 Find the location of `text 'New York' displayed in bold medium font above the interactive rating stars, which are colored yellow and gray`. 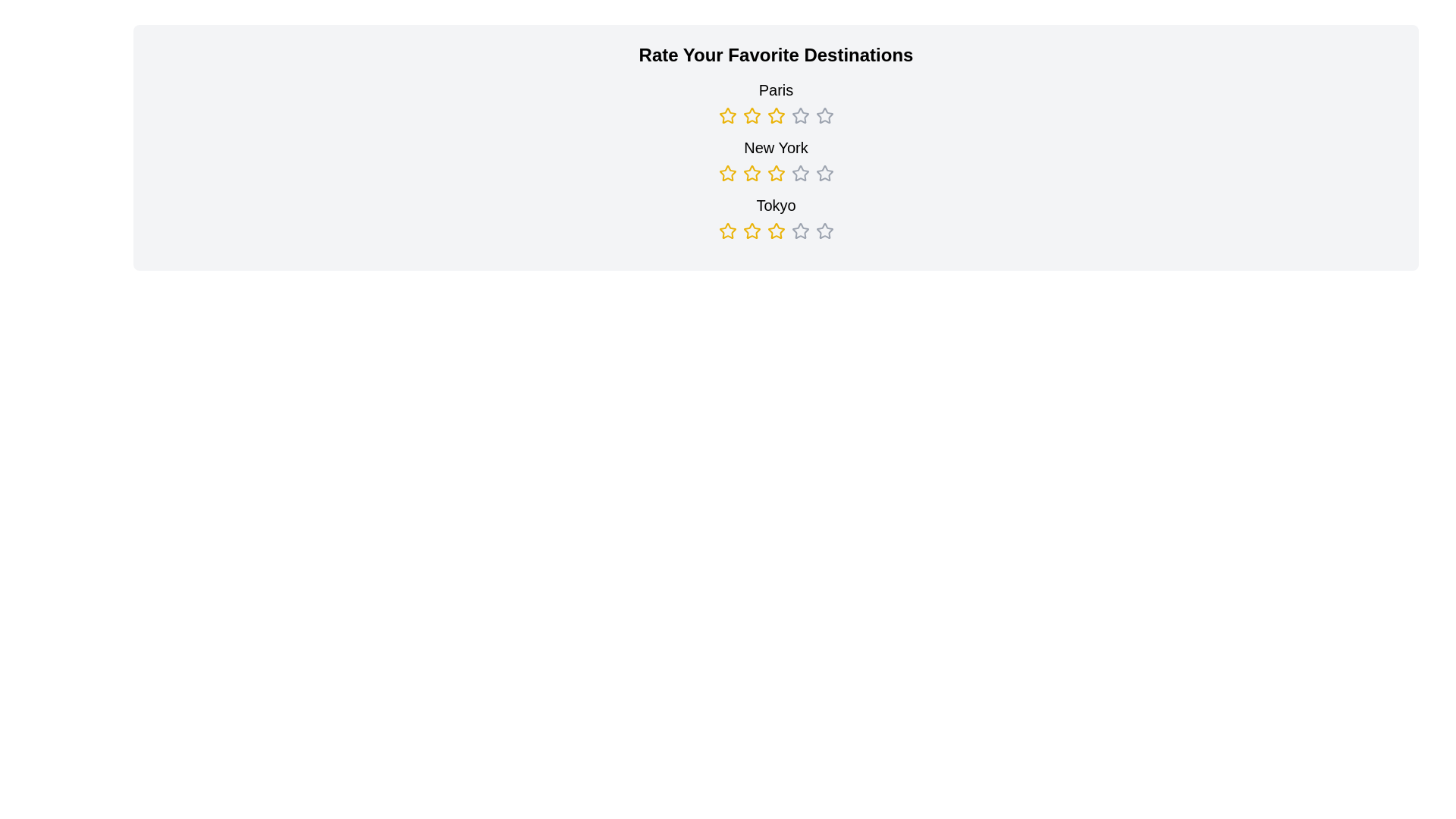

text 'New York' displayed in bold medium font above the interactive rating stars, which are colored yellow and gray is located at coordinates (776, 160).